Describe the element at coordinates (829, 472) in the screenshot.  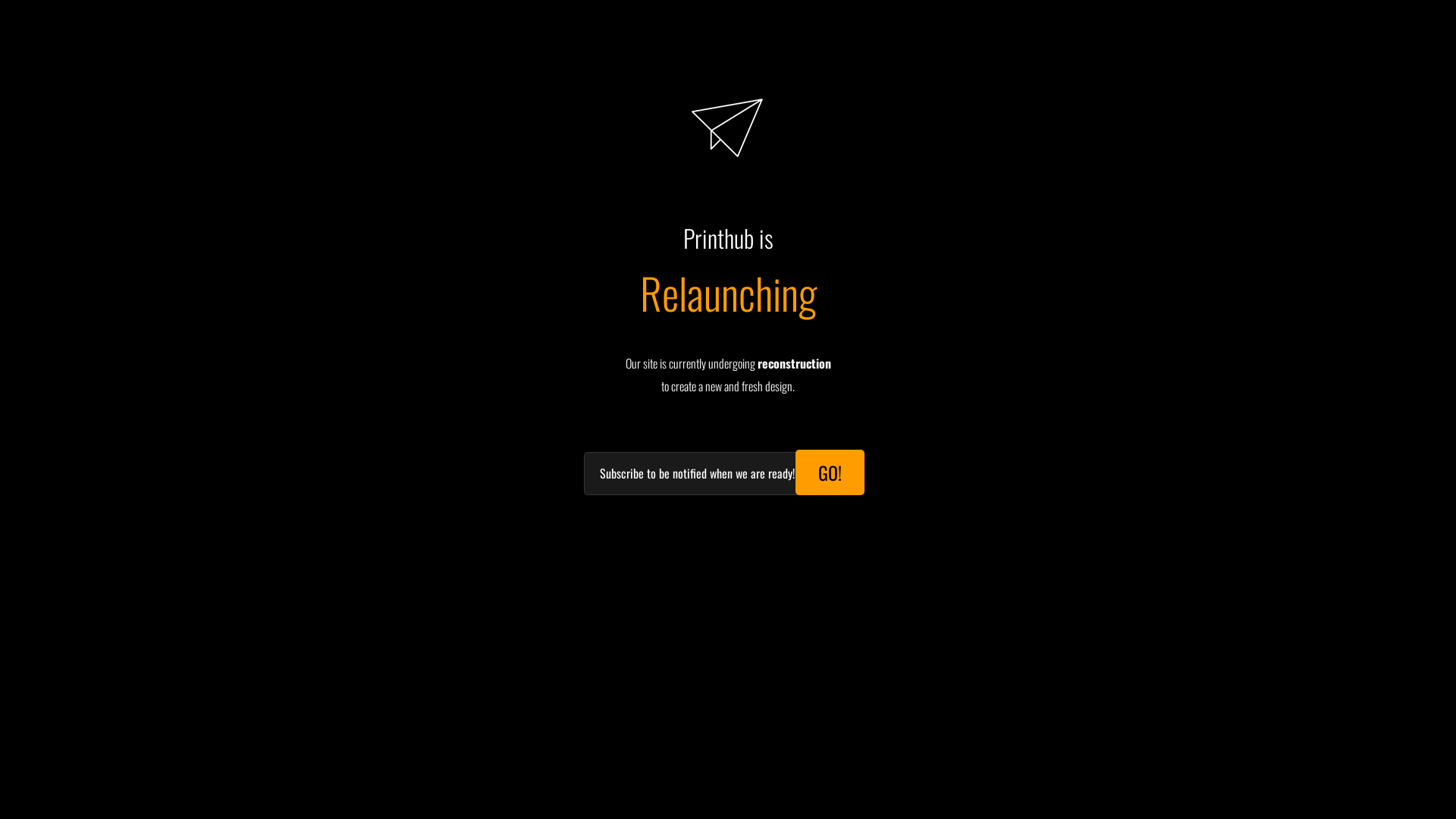
I see `'GO!'` at that location.